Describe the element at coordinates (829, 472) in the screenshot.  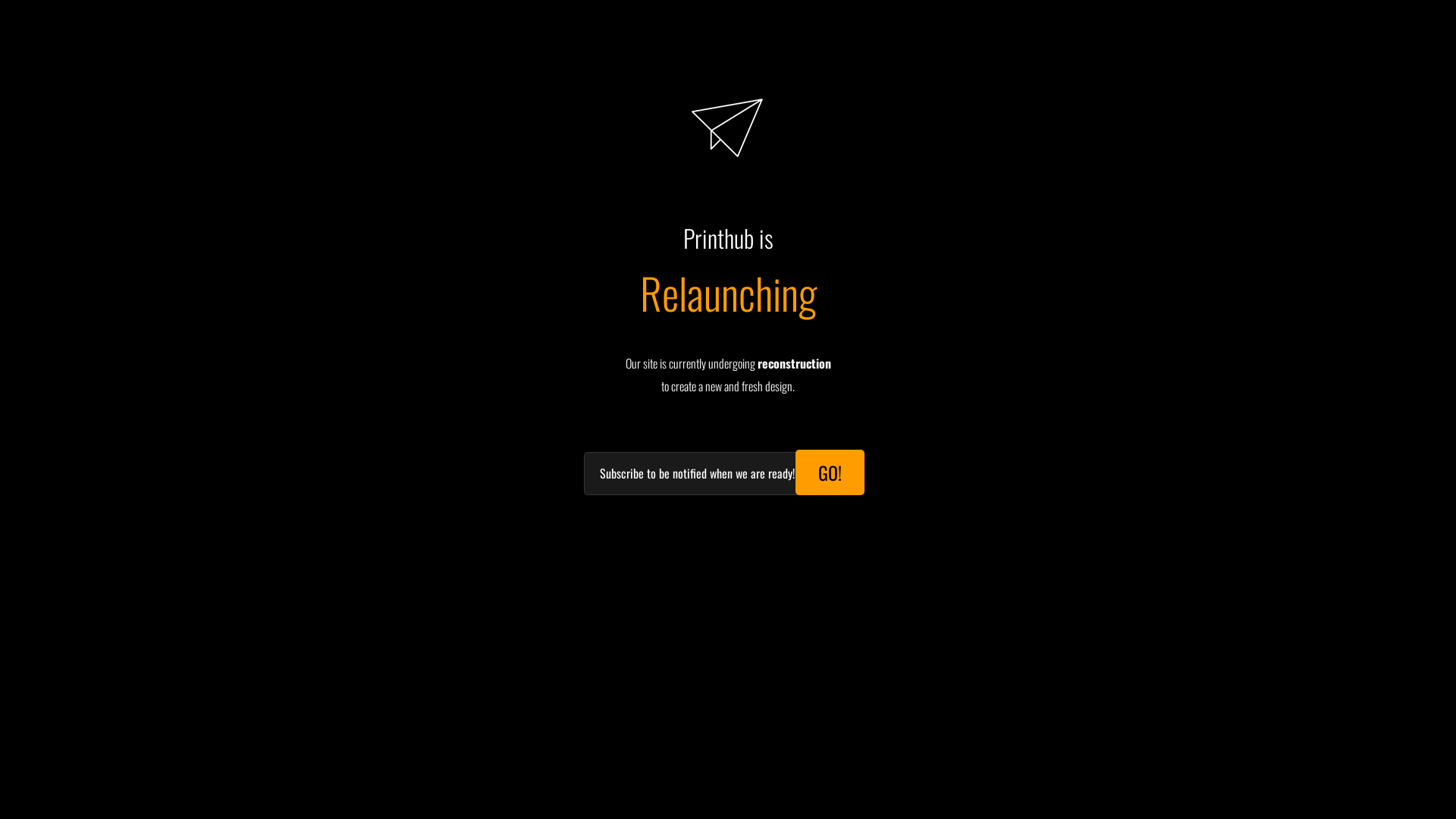
I see `'GO!'` at that location.